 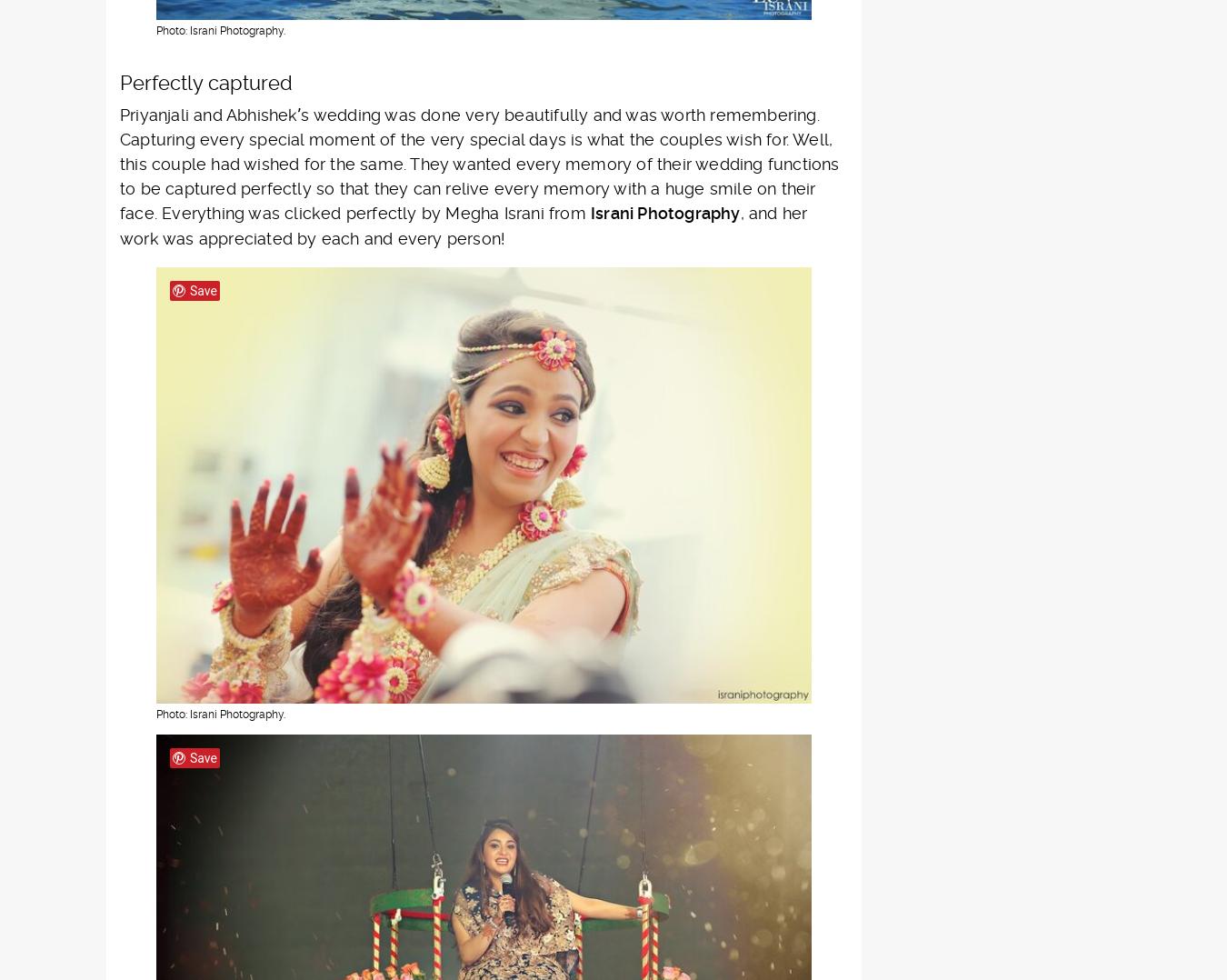 What do you see at coordinates (449, 283) in the screenshot?
I see `'Top wedding photography of Maharashtra'` at bounding box center [449, 283].